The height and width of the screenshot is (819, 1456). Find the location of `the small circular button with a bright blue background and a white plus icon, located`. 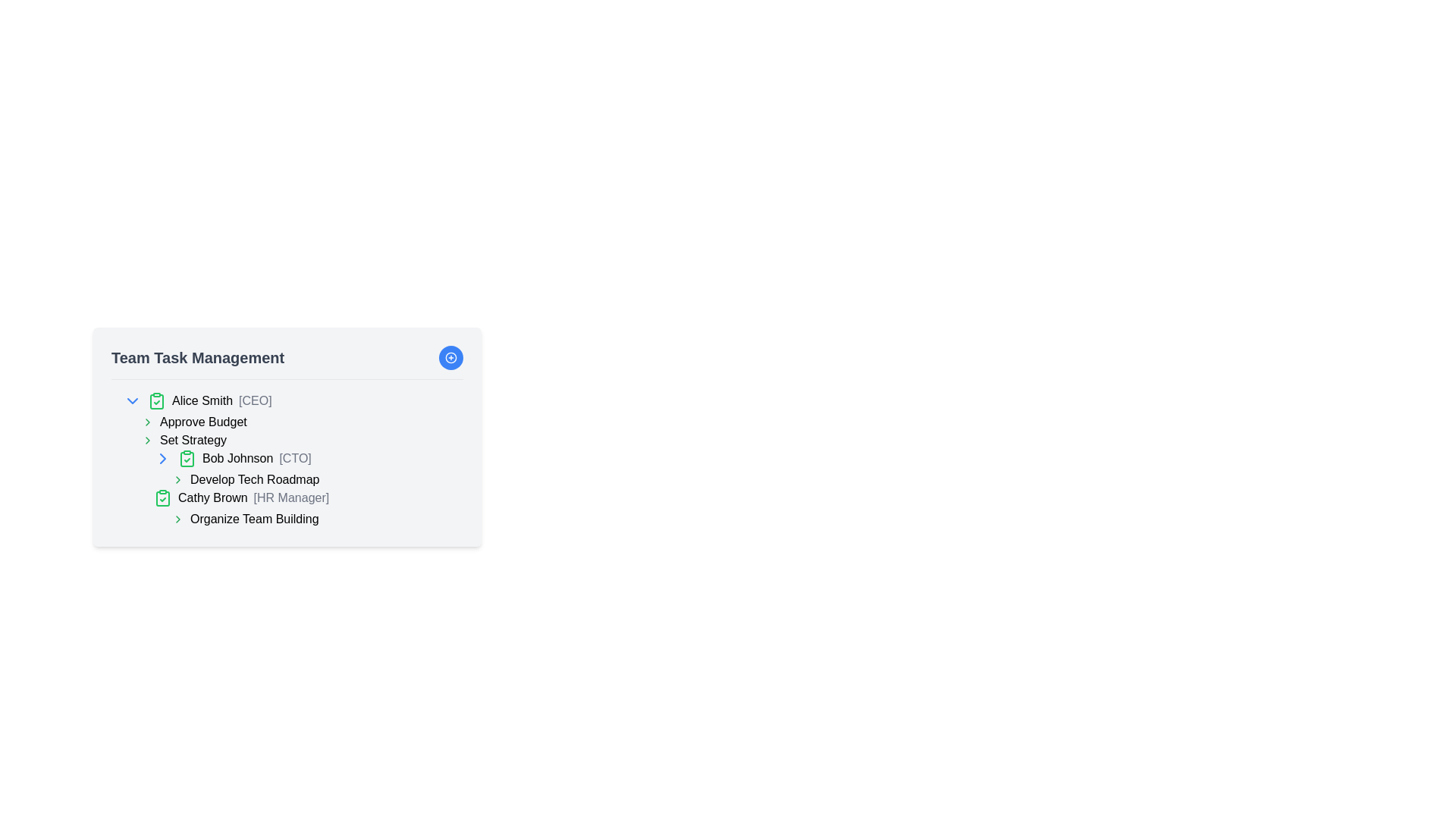

the small circular button with a bright blue background and a white plus icon, located is located at coordinates (450, 357).